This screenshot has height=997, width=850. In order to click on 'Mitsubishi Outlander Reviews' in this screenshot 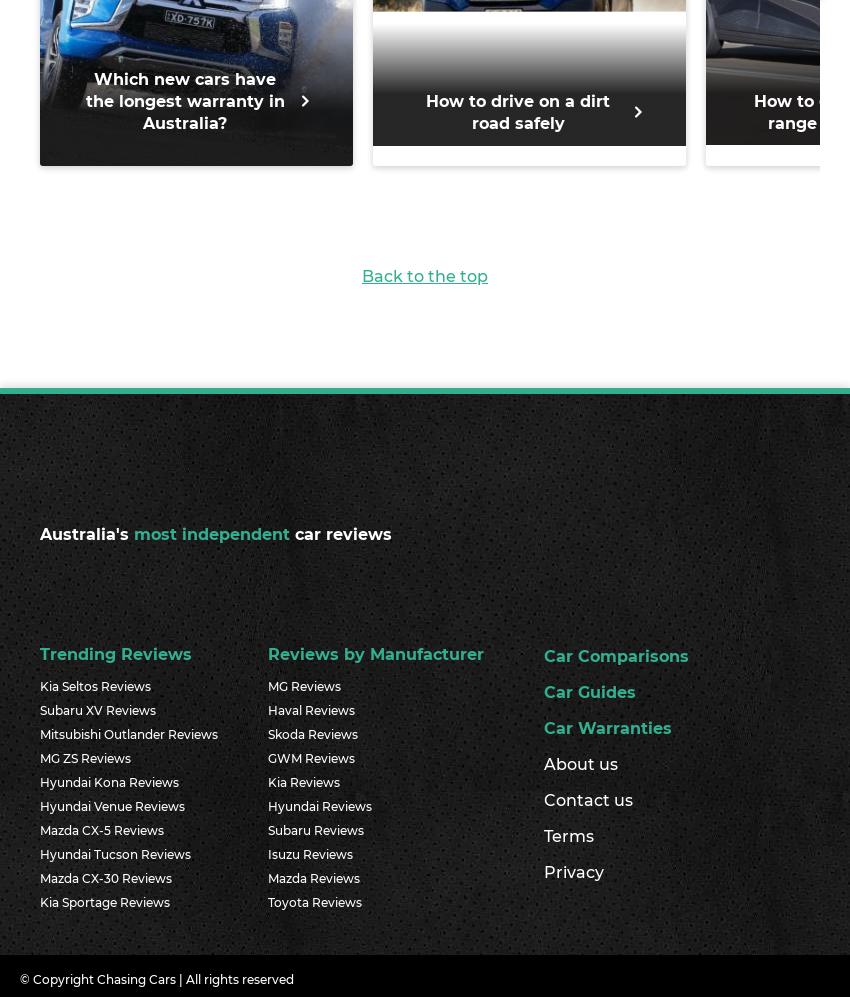, I will do `click(129, 733)`.